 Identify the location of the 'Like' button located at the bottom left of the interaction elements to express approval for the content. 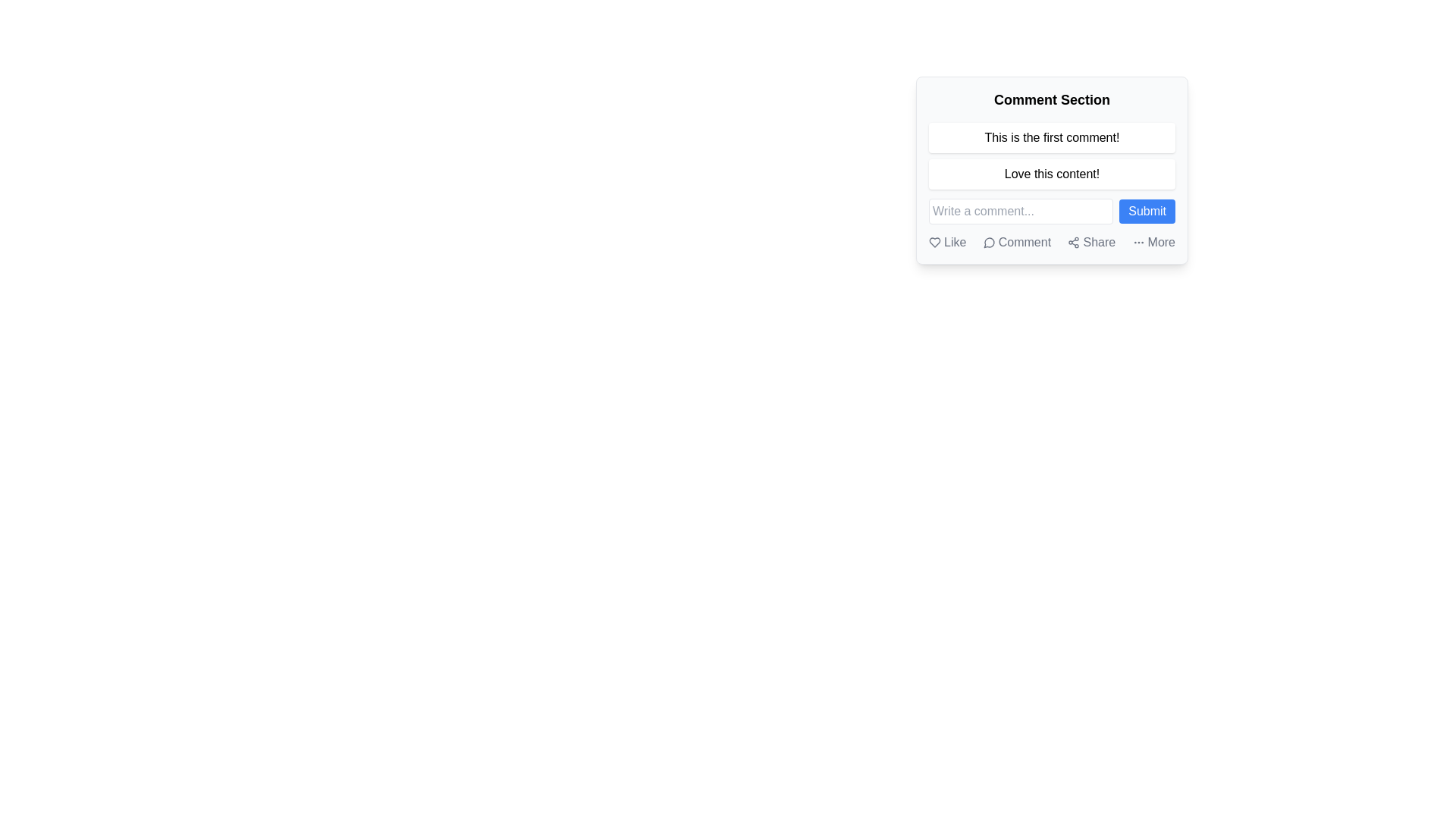
(946, 242).